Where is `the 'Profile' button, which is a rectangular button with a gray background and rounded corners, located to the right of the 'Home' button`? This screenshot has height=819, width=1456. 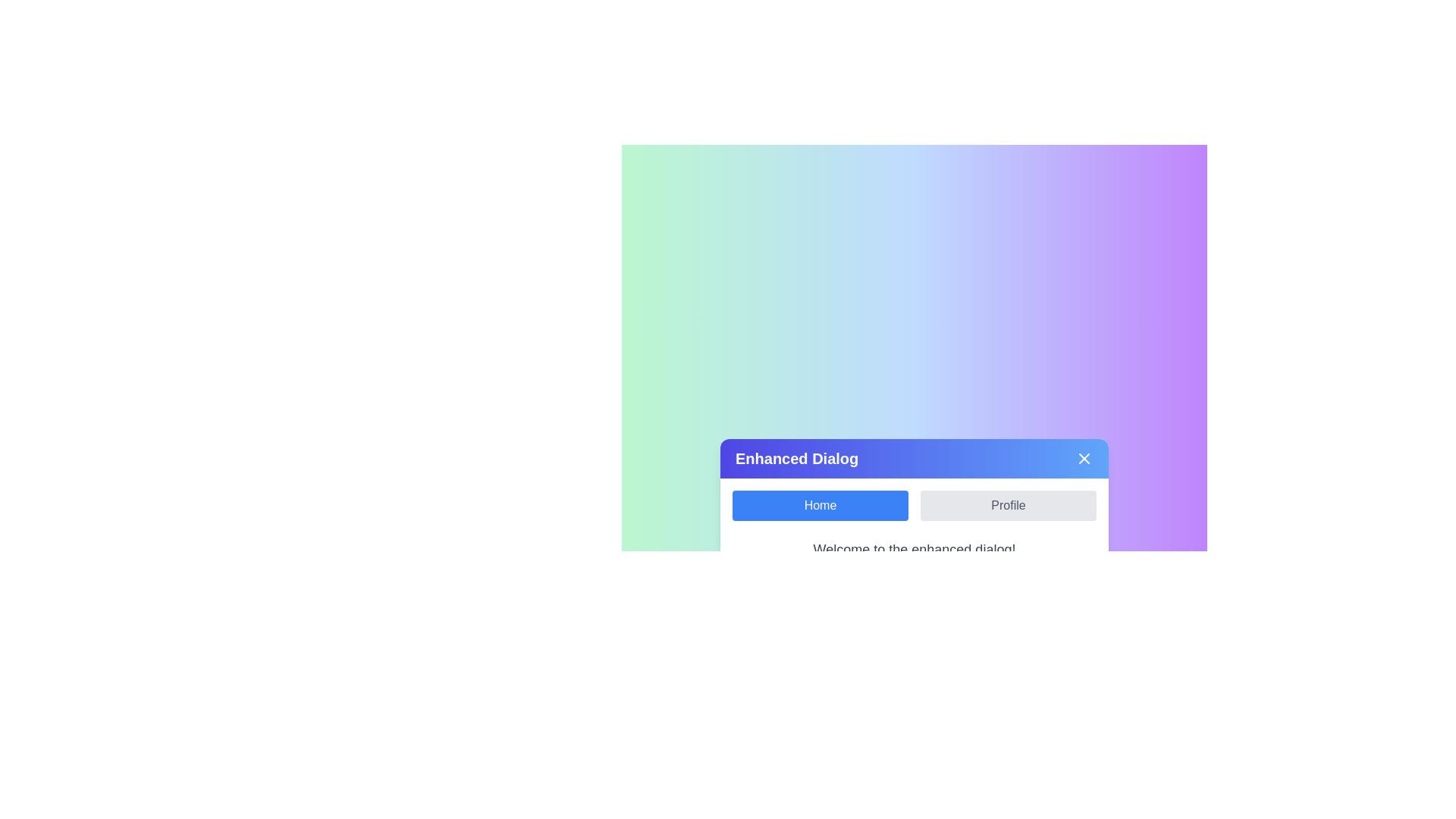 the 'Profile' button, which is a rectangular button with a gray background and rounded corners, located to the right of the 'Home' button is located at coordinates (1008, 506).